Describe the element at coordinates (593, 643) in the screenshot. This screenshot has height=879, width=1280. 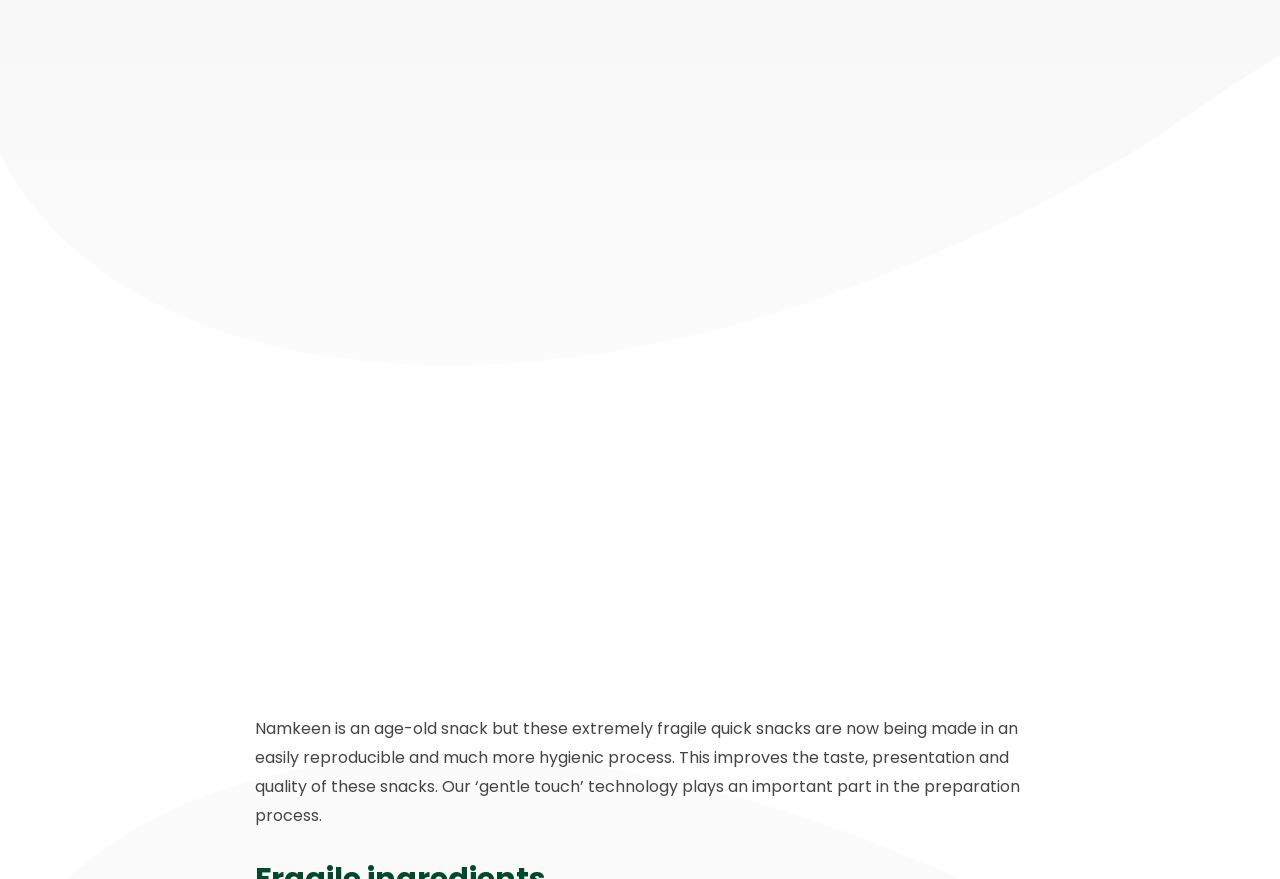
I see `'Legal'` at that location.